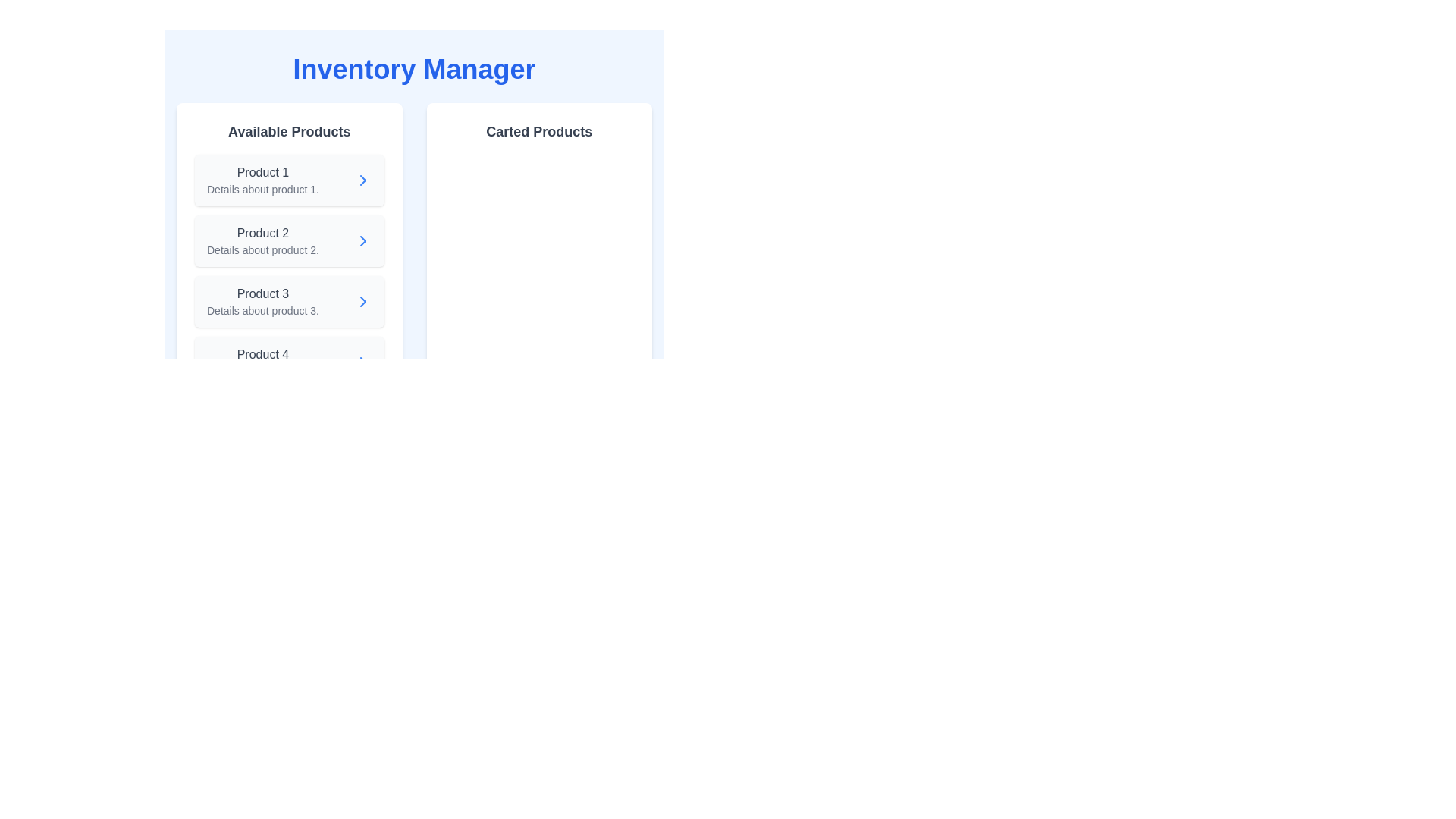 The image size is (1456, 819). I want to click on the static text component presenting information about 'Product 4', which is the fourth entry in the 'Available Products' section, located below 'Product 3', so click(262, 362).